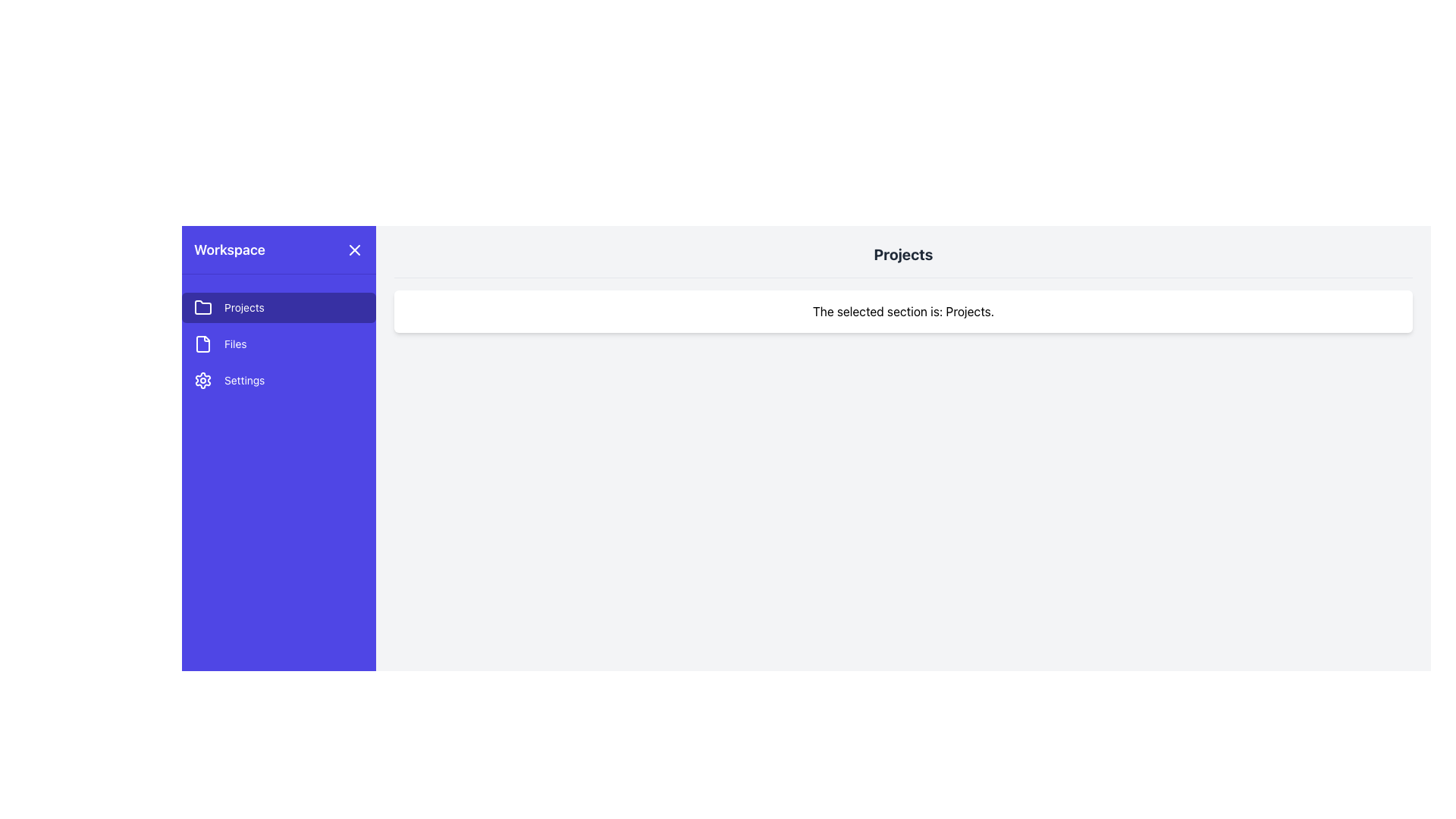 The image size is (1456, 819). What do you see at coordinates (202, 307) in the screenshot?
I see `the folder icon located on the left sidebar navigation menu, which is the leftmost icon within the 'Projects' item` at bounding box center [202, 307].